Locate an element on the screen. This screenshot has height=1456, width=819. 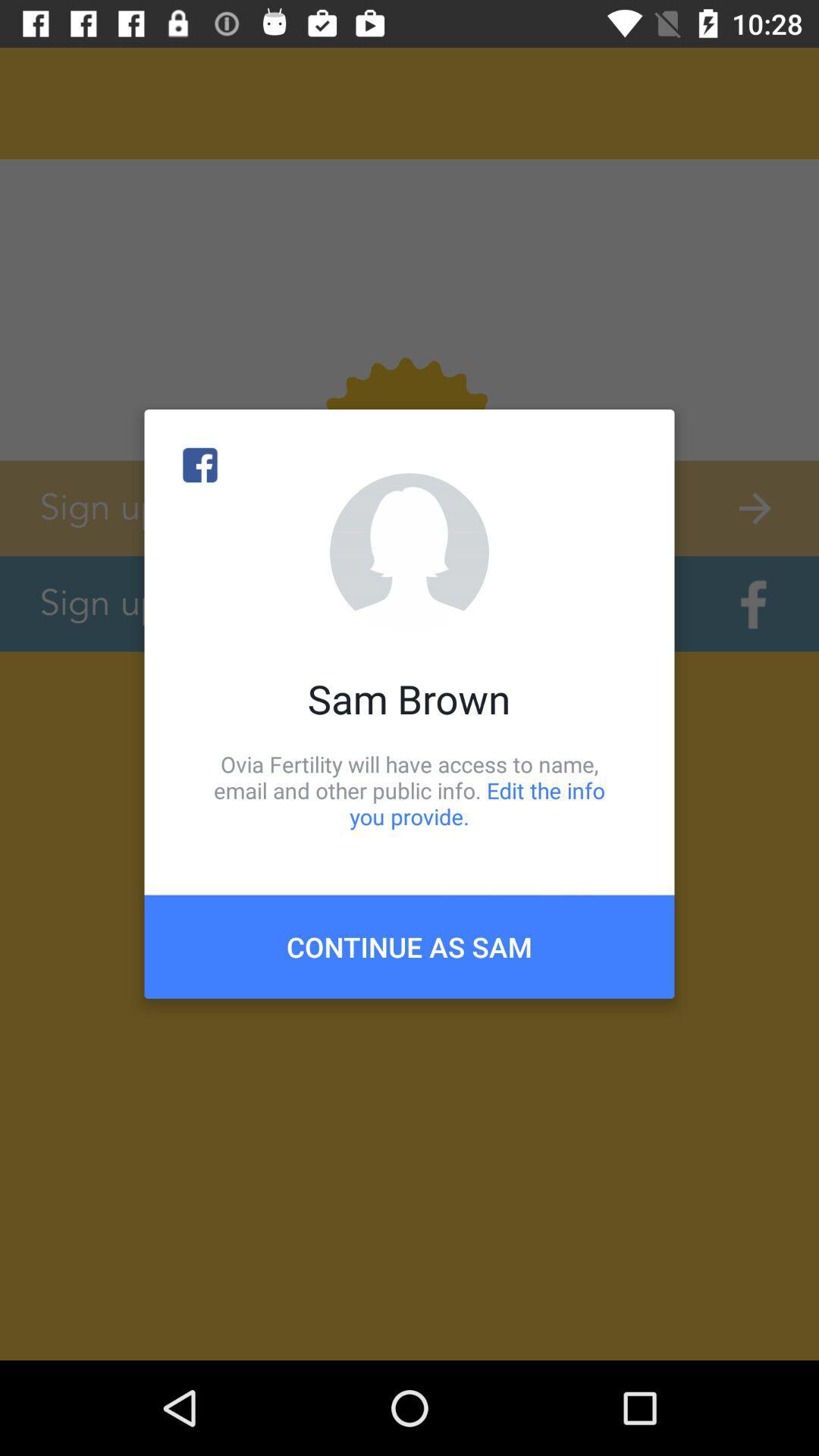
continue as sam icon is located at coordinates (409, 946).